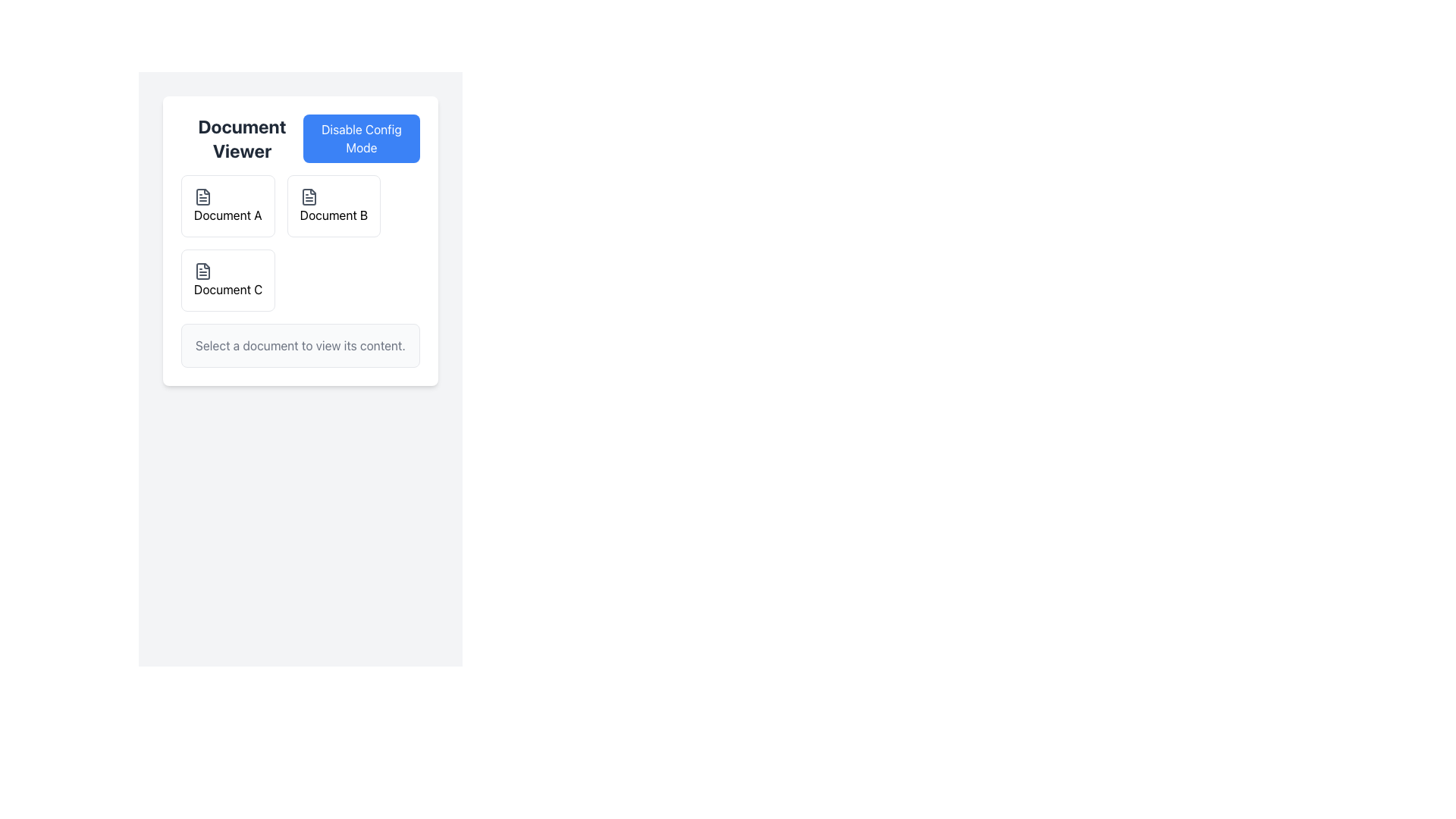  I want to click on heading text related to 'Document Viewer', located to the left of the blue button labeled 'Disable Config Mode', so click(241, 138).